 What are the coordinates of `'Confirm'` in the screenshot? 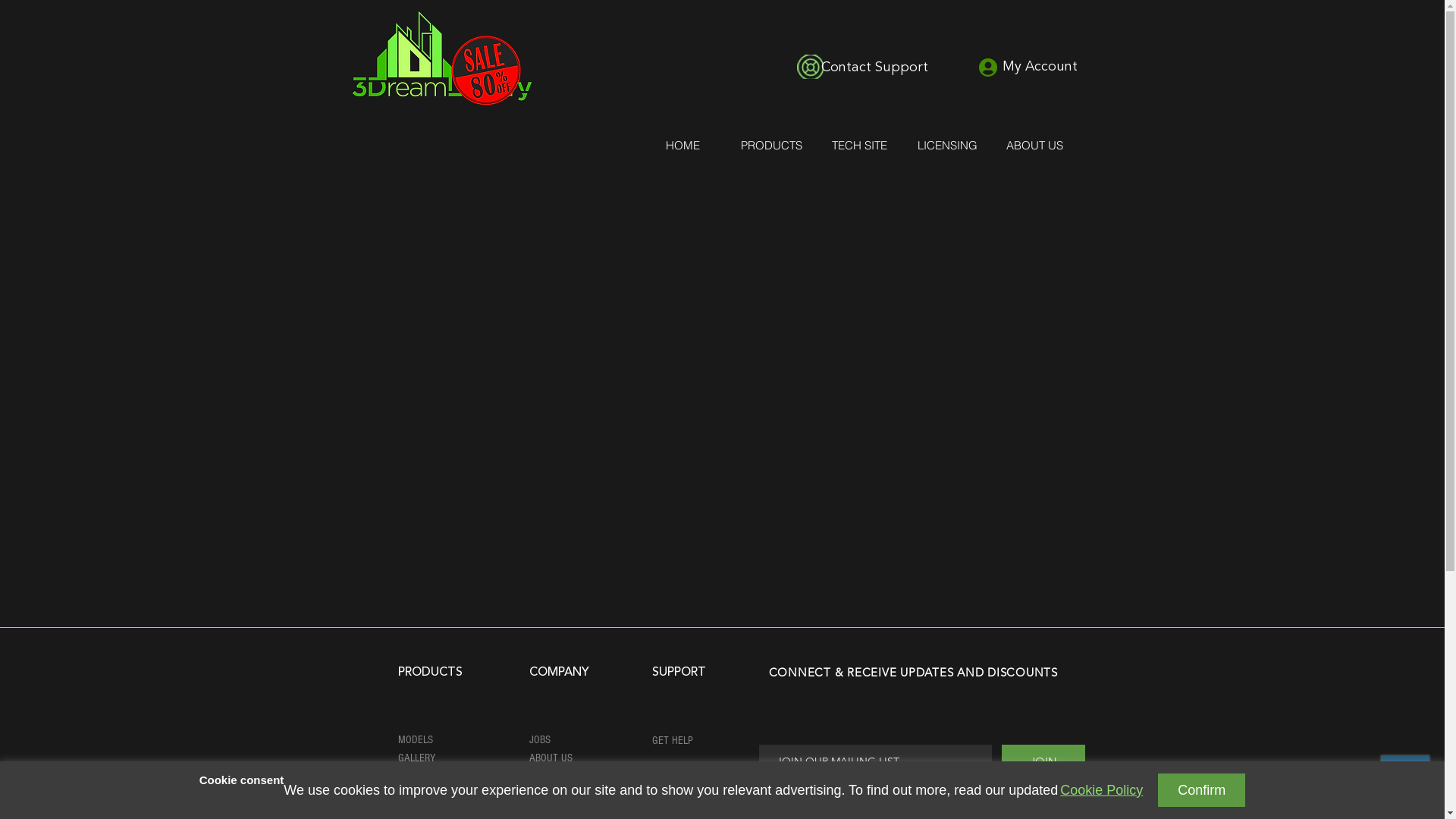 It's located at (1200, 789).